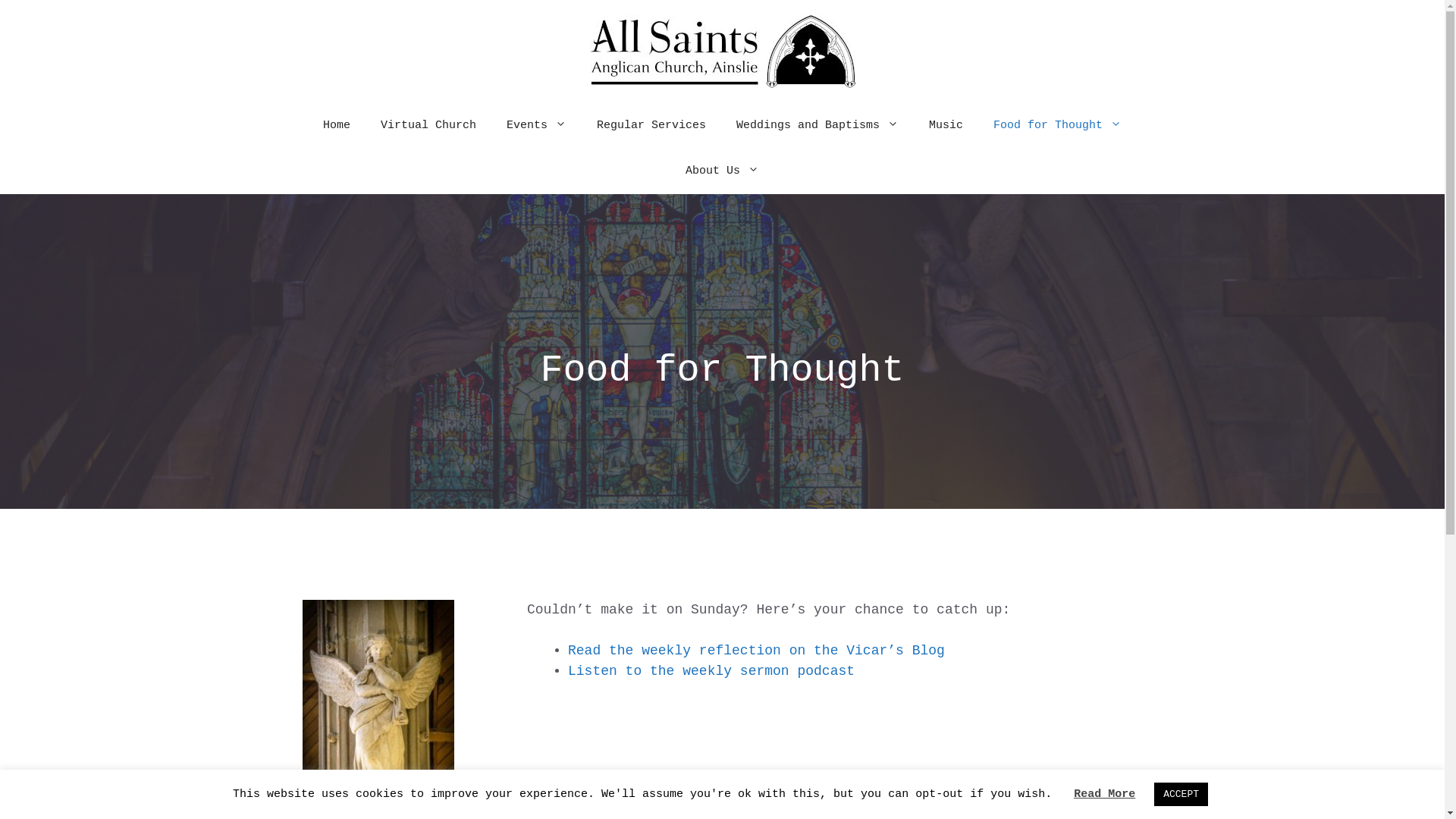 The image size is (1456, 819). I want to click on 'Regular Services', so click(651, 124).